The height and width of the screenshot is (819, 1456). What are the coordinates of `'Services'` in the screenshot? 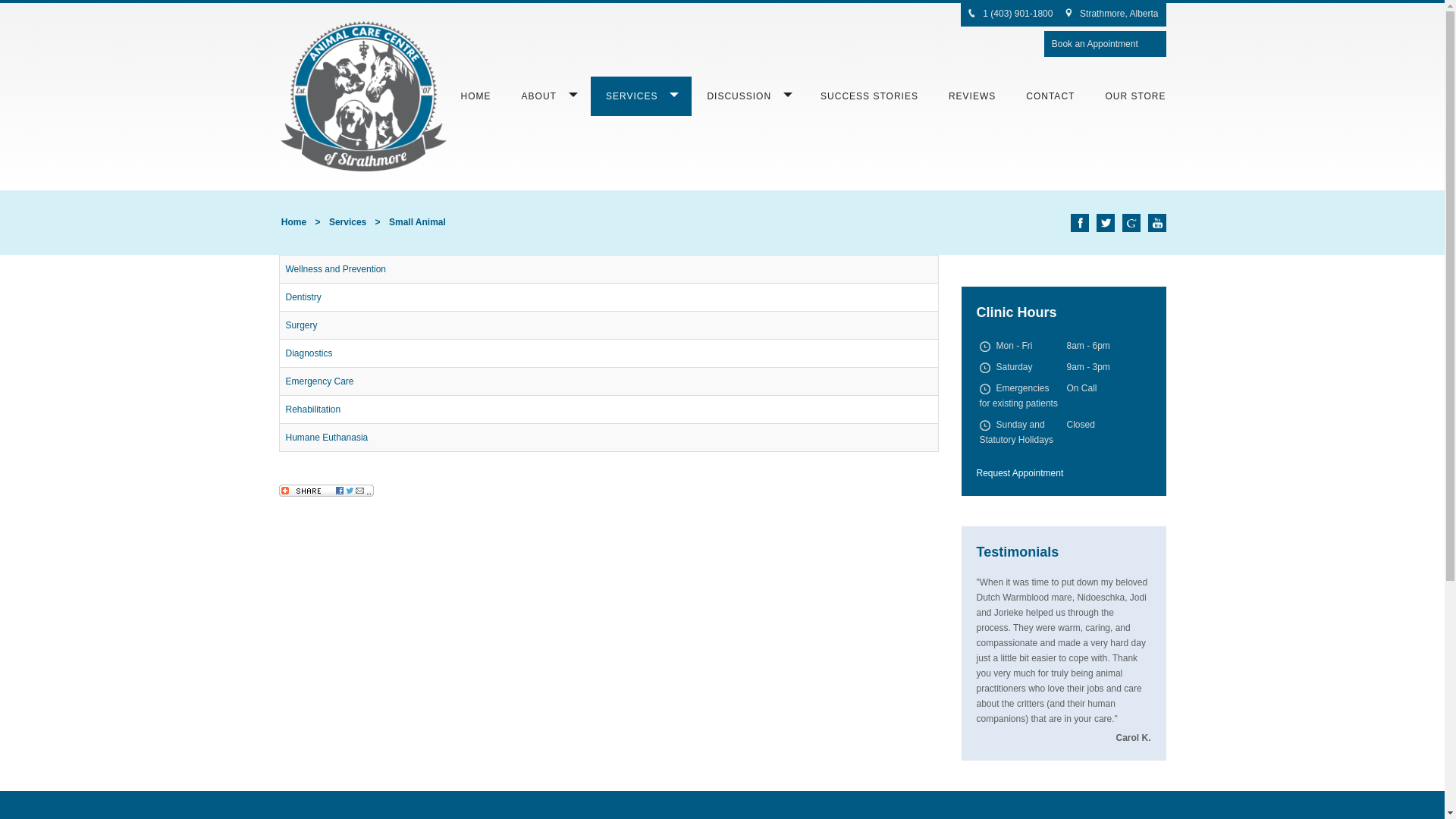 It's located at (328, 222).